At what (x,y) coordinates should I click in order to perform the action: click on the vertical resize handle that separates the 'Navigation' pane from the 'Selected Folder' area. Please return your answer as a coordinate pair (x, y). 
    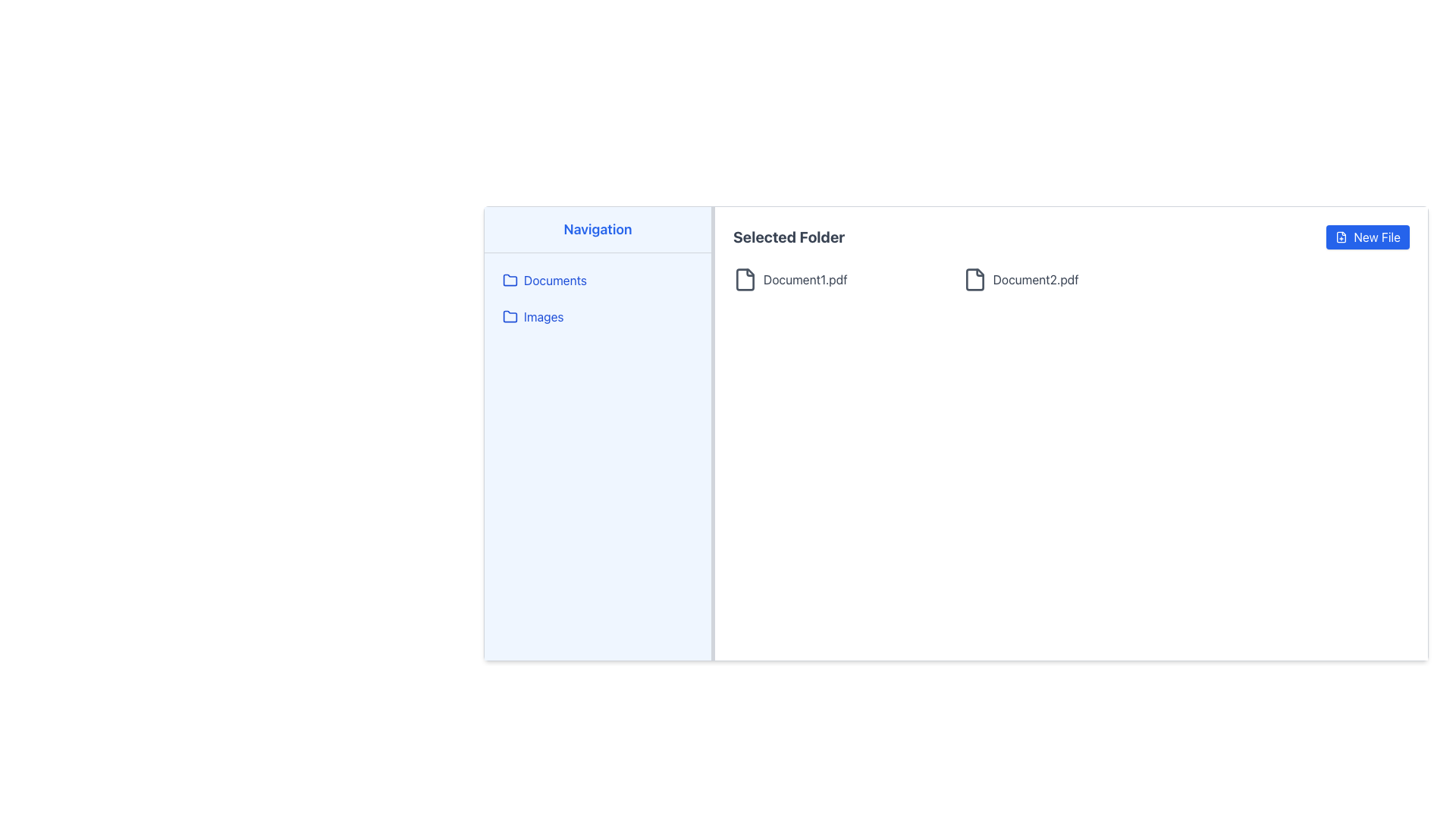
    Looking at the image, I should click on (712, 433).